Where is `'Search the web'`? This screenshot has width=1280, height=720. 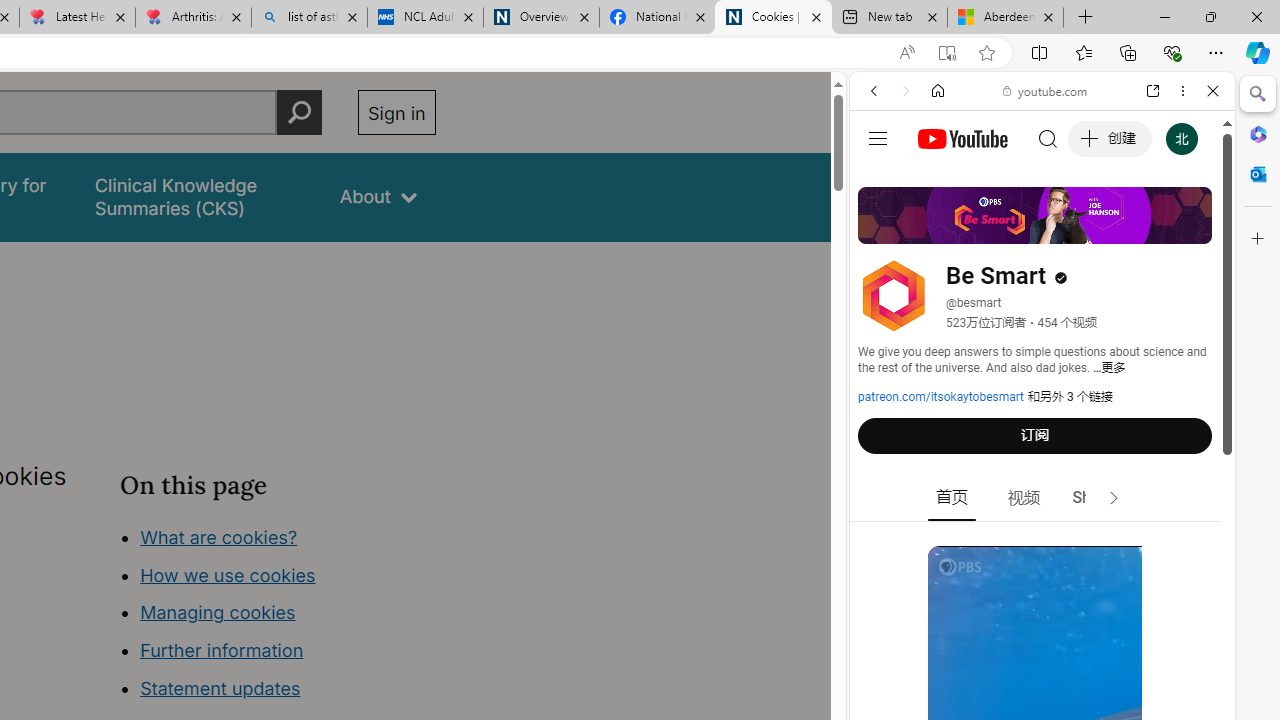 'Search the web' is located at coordinates (1051, 137).